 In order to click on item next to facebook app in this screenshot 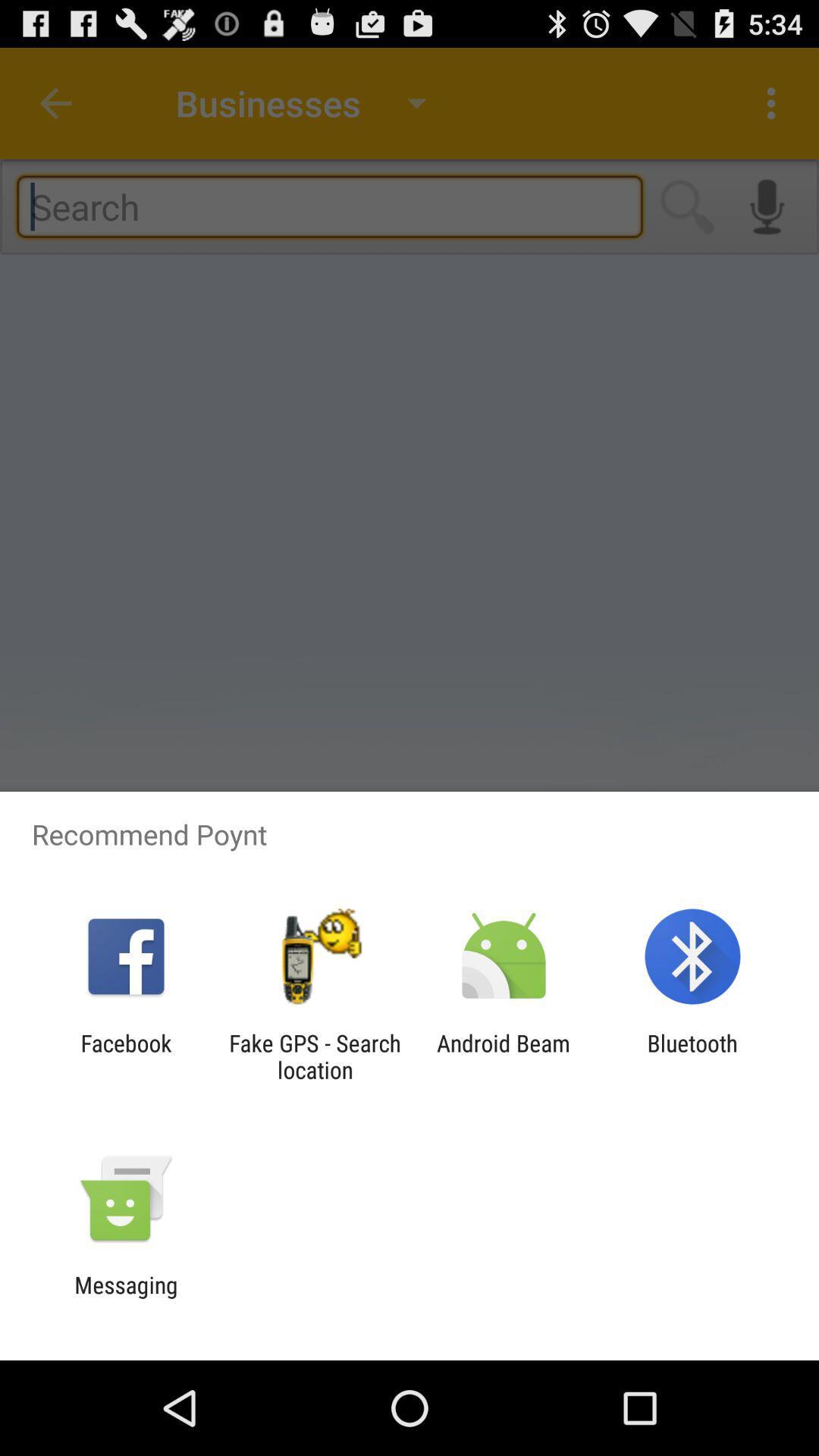, I will do `click(314, 1056)`.